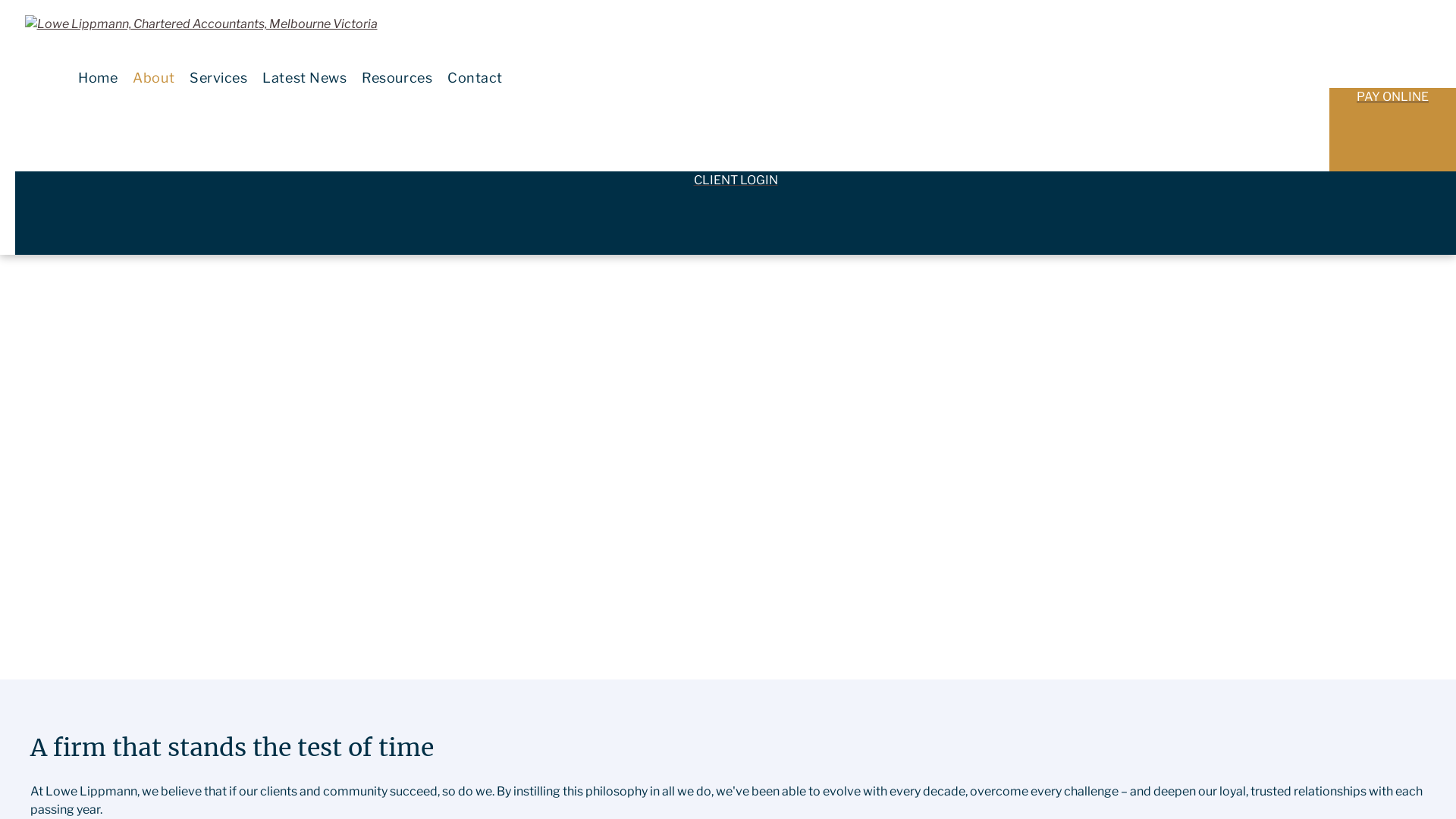  I want to click on 'Latest News', so click(303, 77).